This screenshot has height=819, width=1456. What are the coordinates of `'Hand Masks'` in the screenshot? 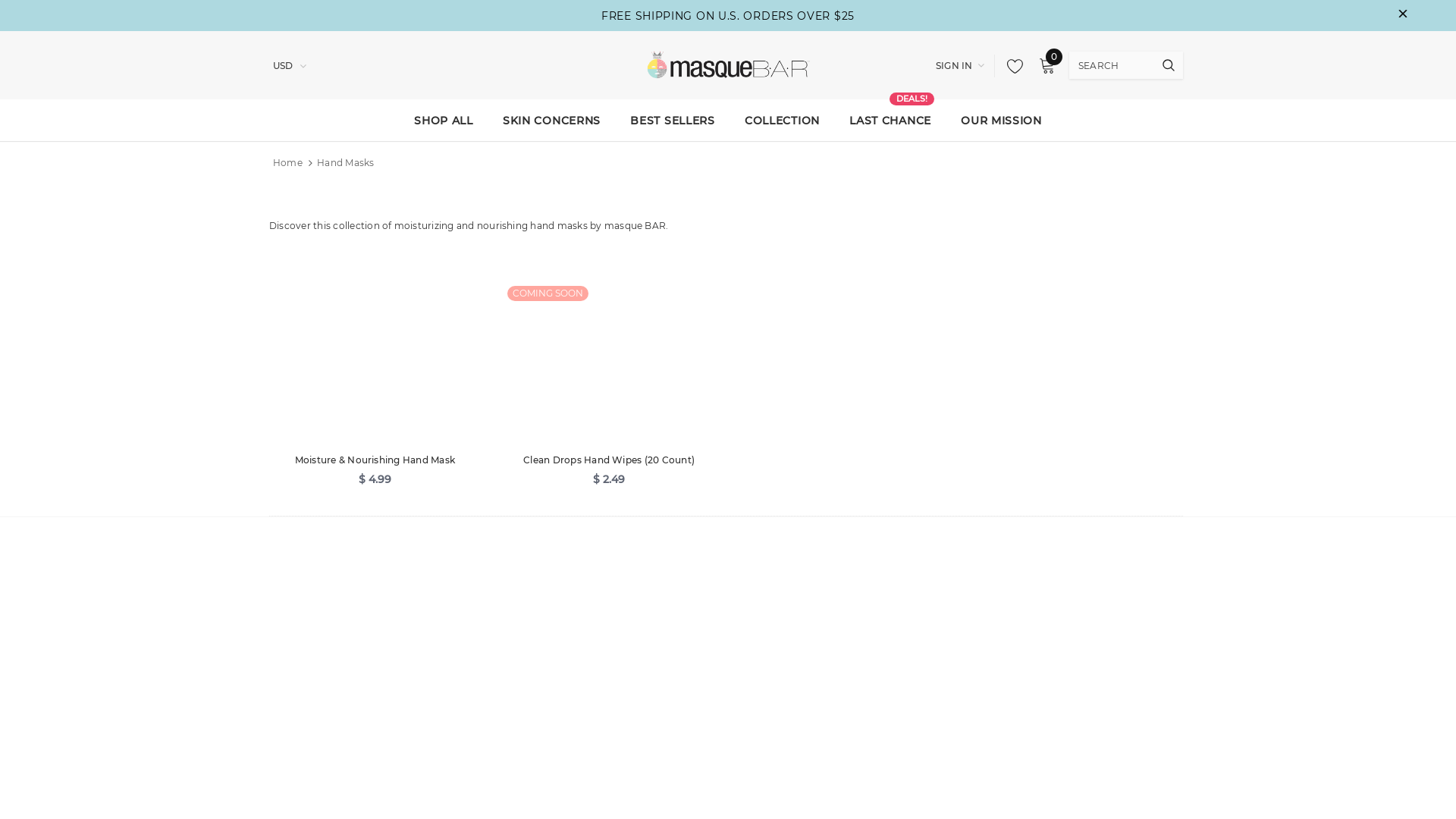 It's located at (344, 162).